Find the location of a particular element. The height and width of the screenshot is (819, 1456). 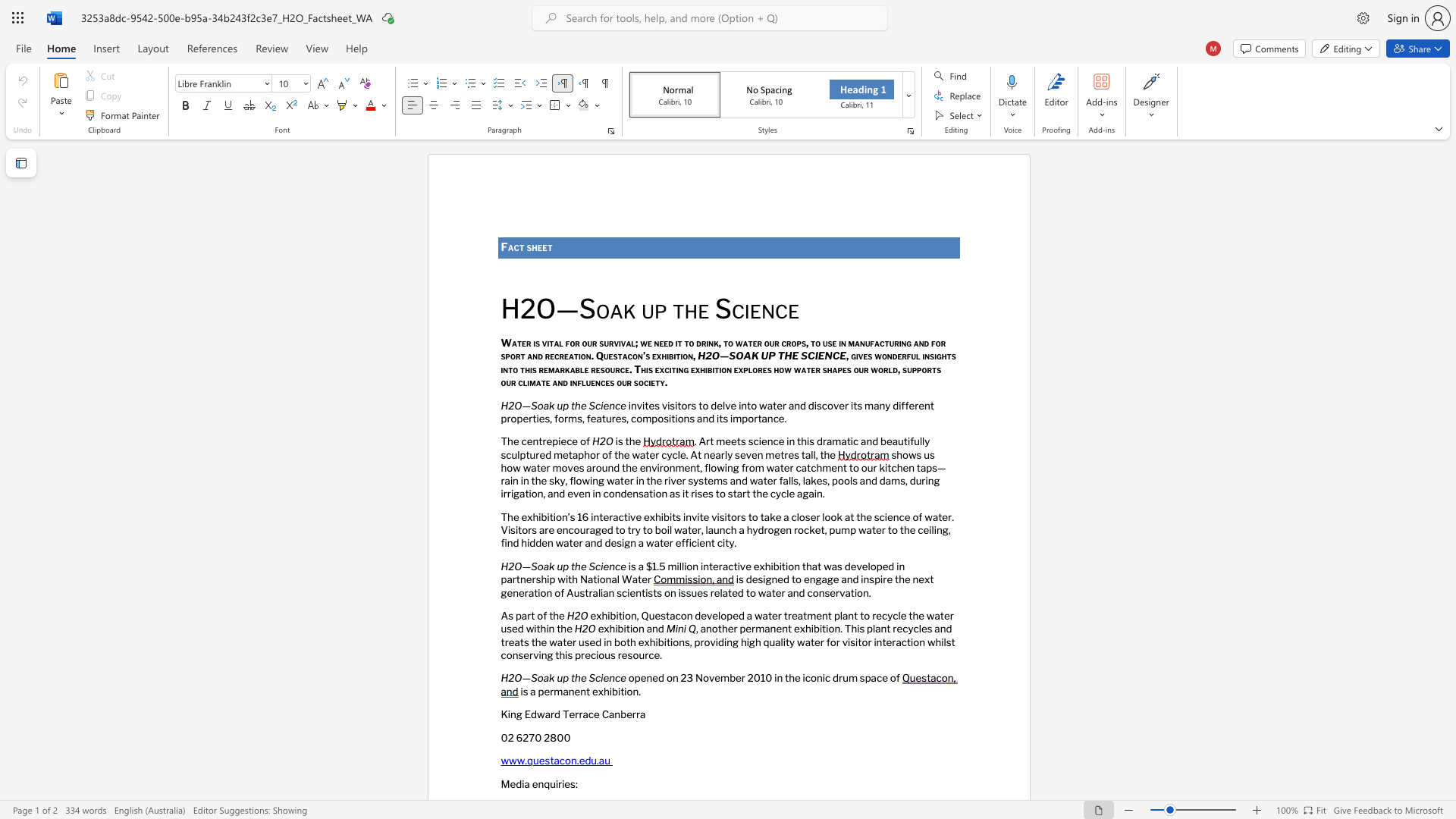

the space between the continuous character "f" and "l" in the text is located at coordinates (581, 381).